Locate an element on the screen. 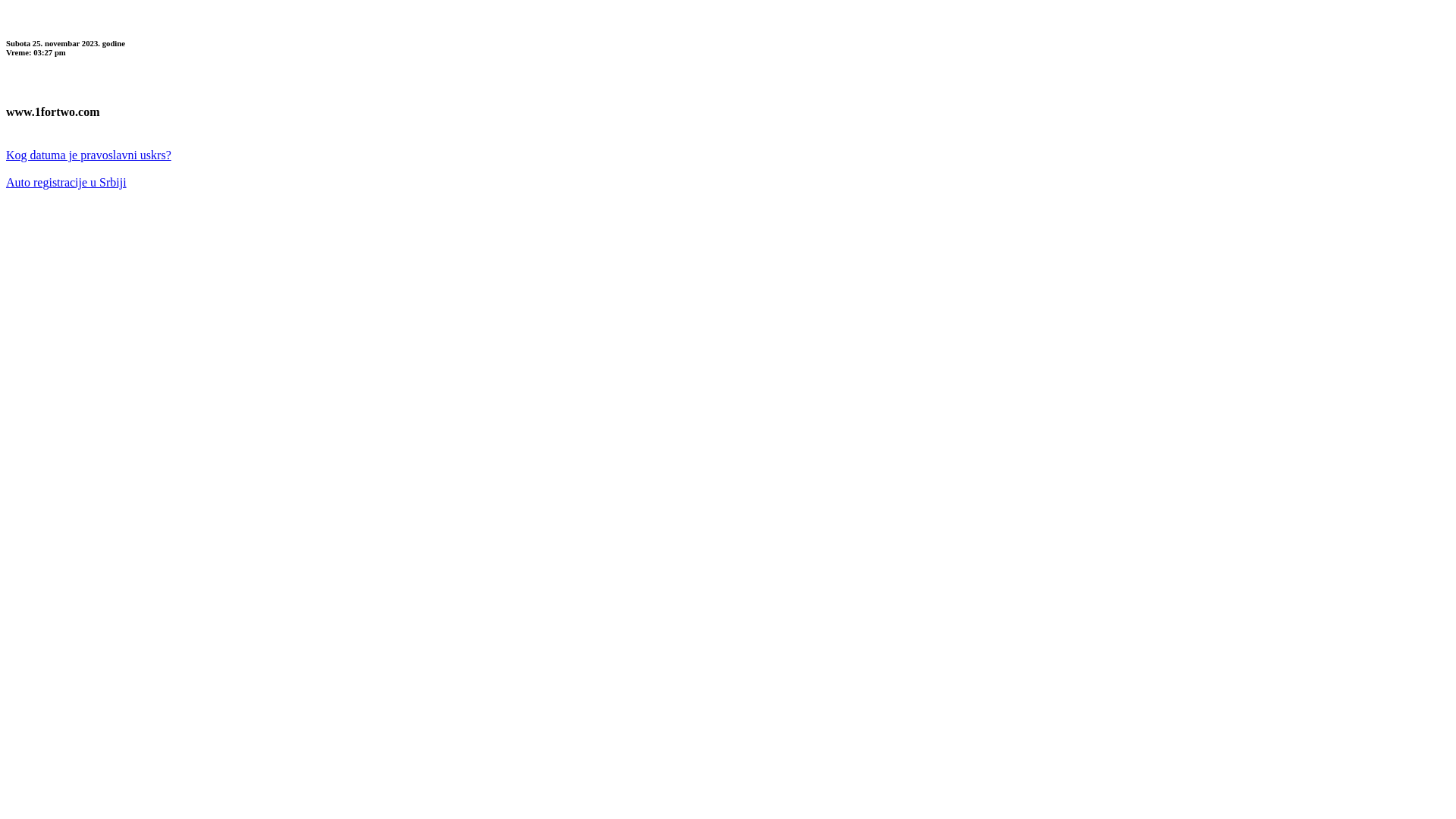  'Auto registracije u Srbiji' is located at coordinates (65, 181).